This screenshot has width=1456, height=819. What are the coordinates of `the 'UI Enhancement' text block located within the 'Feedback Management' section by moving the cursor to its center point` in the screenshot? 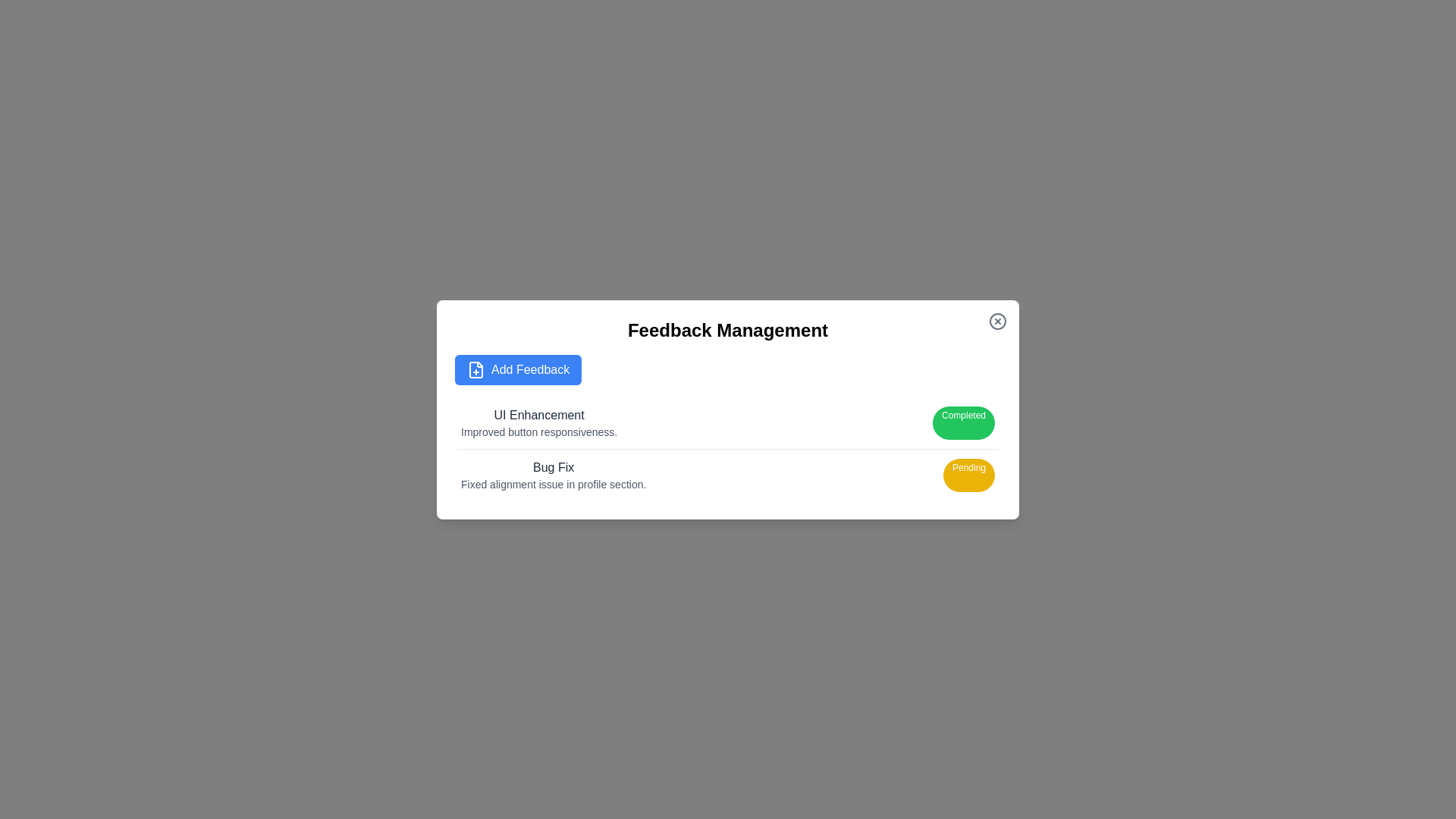 It's located at (539, 422).